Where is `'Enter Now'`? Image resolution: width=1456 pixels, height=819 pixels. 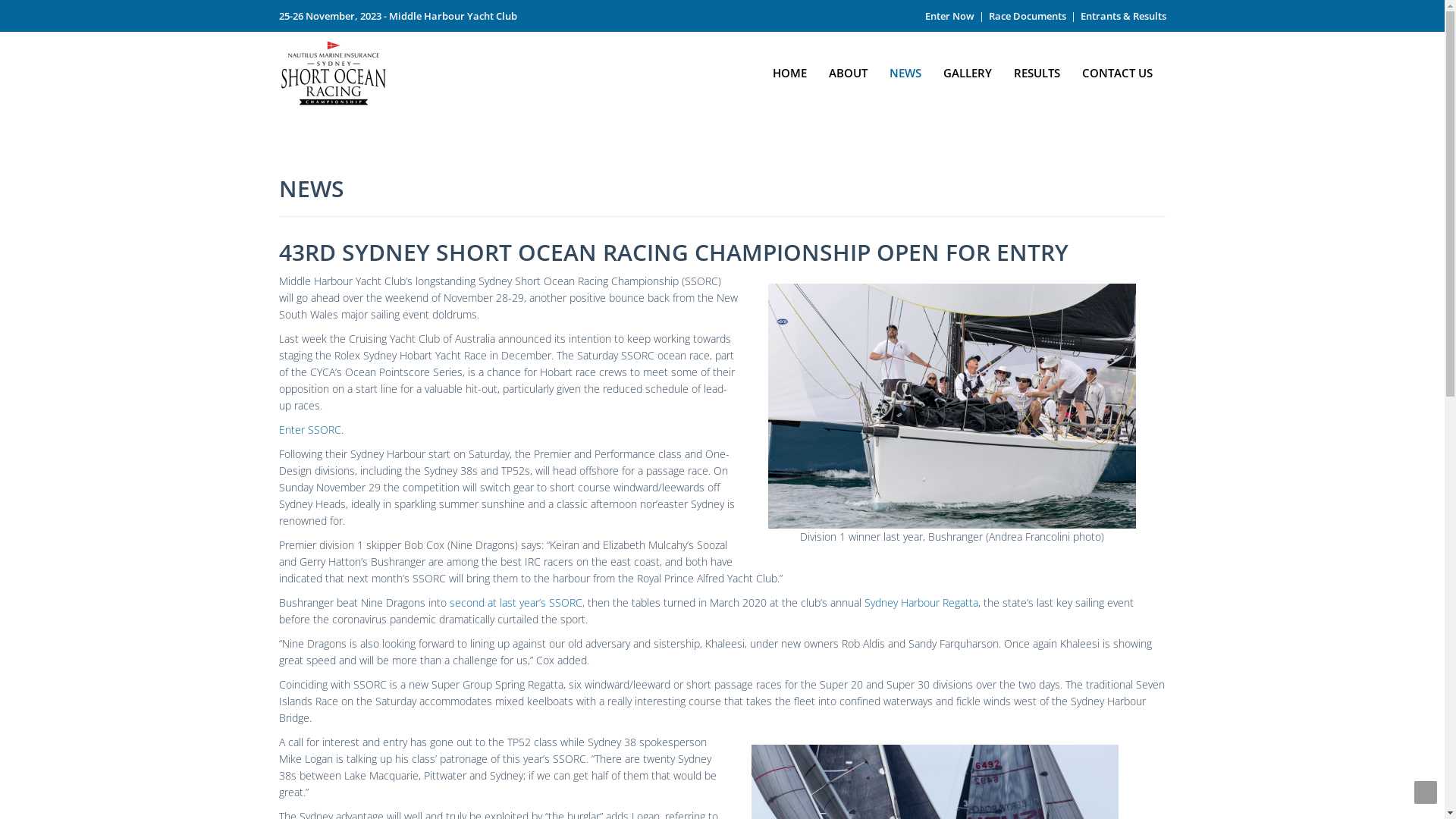
'Enter Now' is located at coordinates (949, 15).